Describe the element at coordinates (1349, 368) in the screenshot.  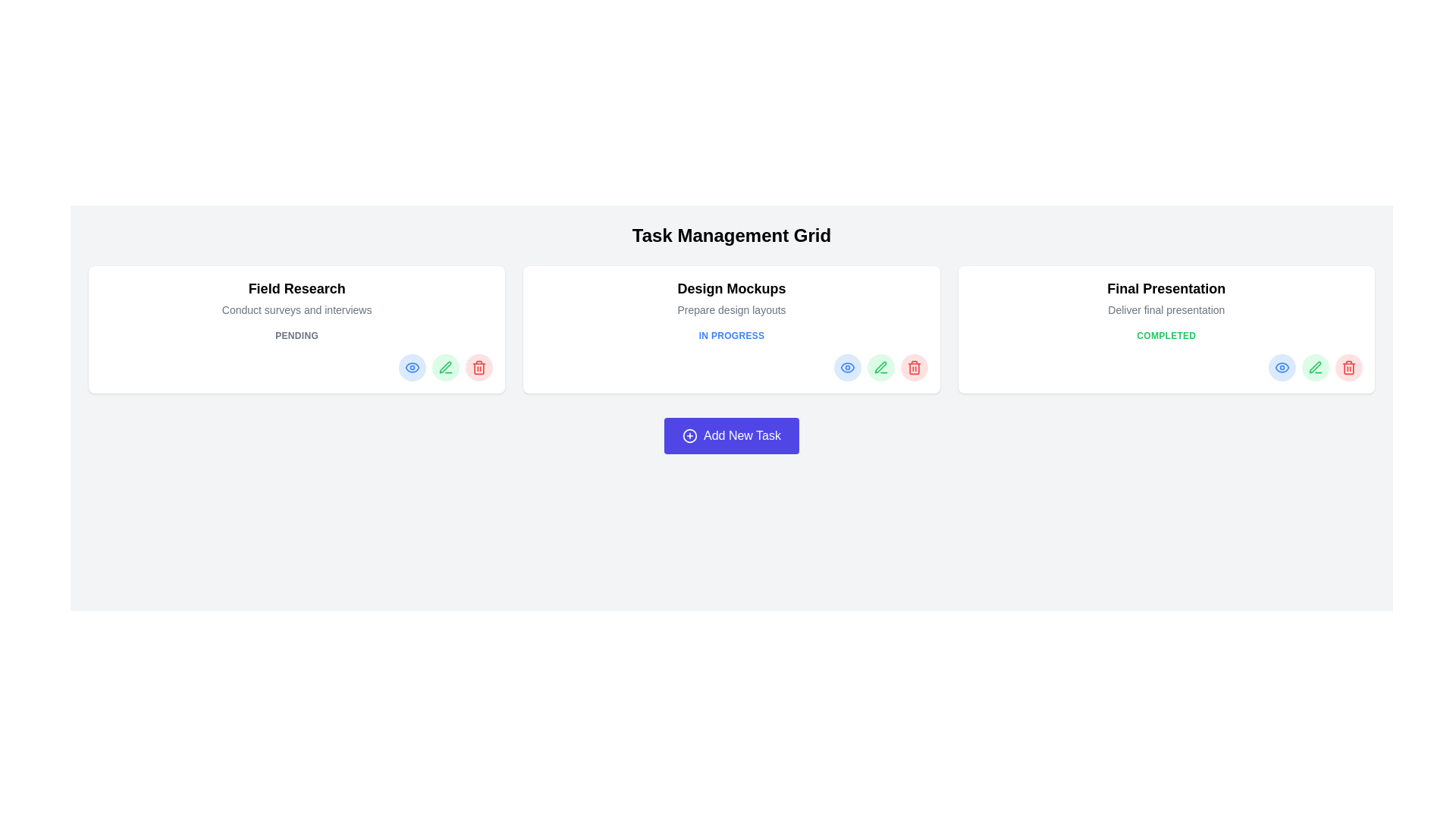
I see `the delete icon button located at the bottom-right corner of the 'Final Presentation' card` at that location.